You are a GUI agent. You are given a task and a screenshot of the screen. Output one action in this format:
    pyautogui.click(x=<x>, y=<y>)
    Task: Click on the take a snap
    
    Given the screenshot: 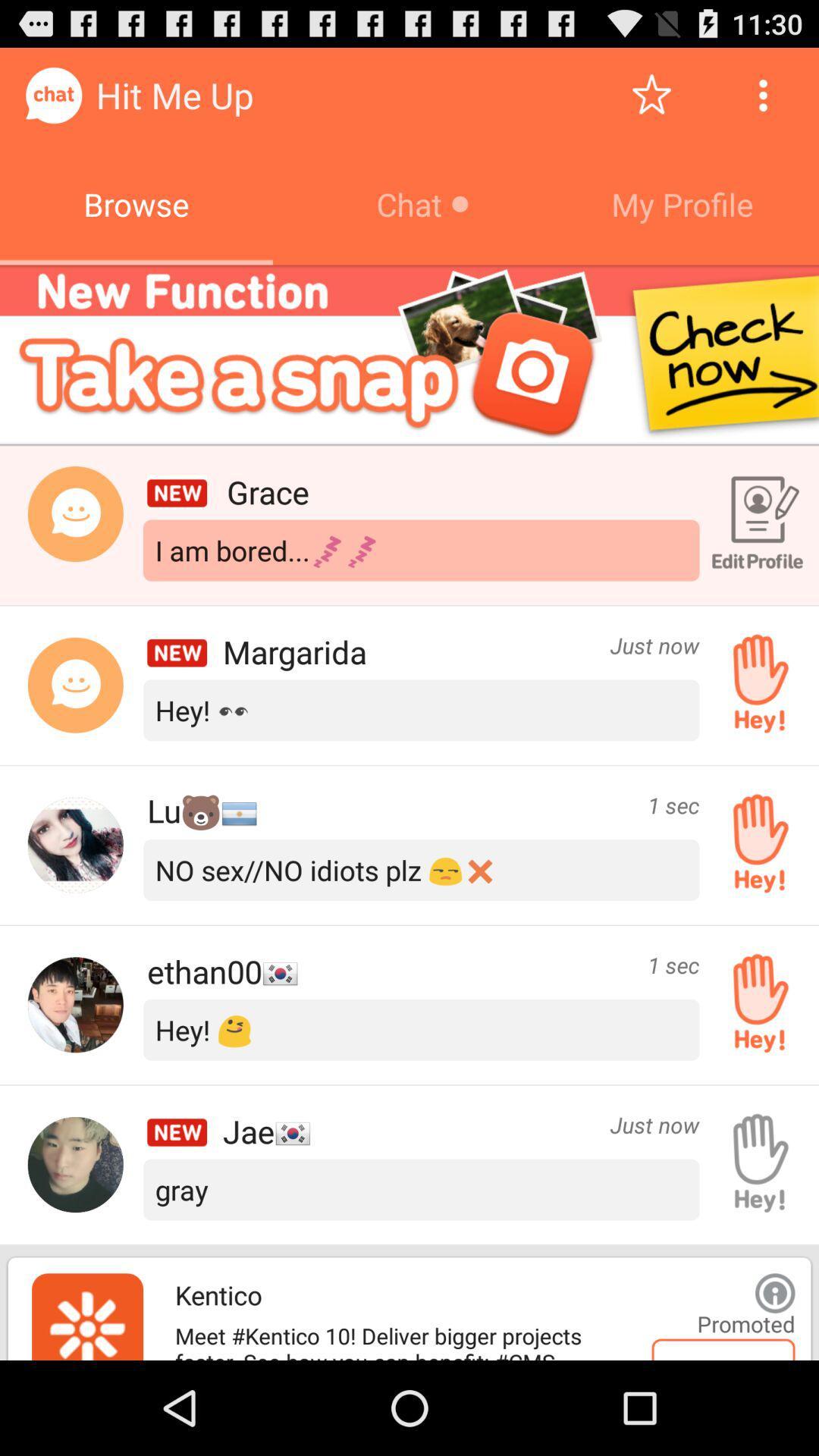 What is the action you would take?
    pyautogui.click(x=409, y=354)
    